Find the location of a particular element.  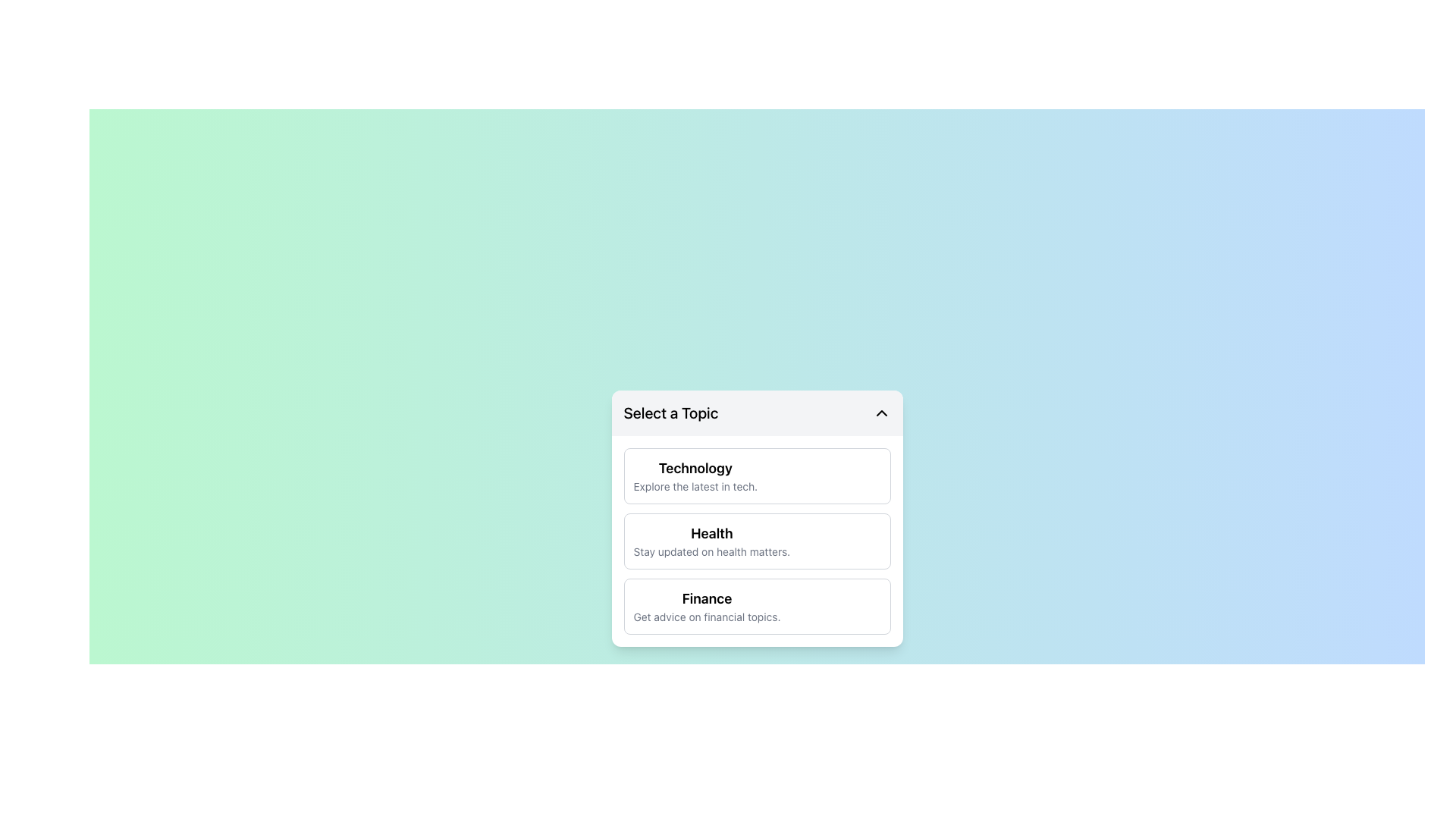

the static informational label that reads 'Stay updated on health matters.' which is located directly underneath the 'Health' header in a selectable topic card is located at coordinates (711, 552).